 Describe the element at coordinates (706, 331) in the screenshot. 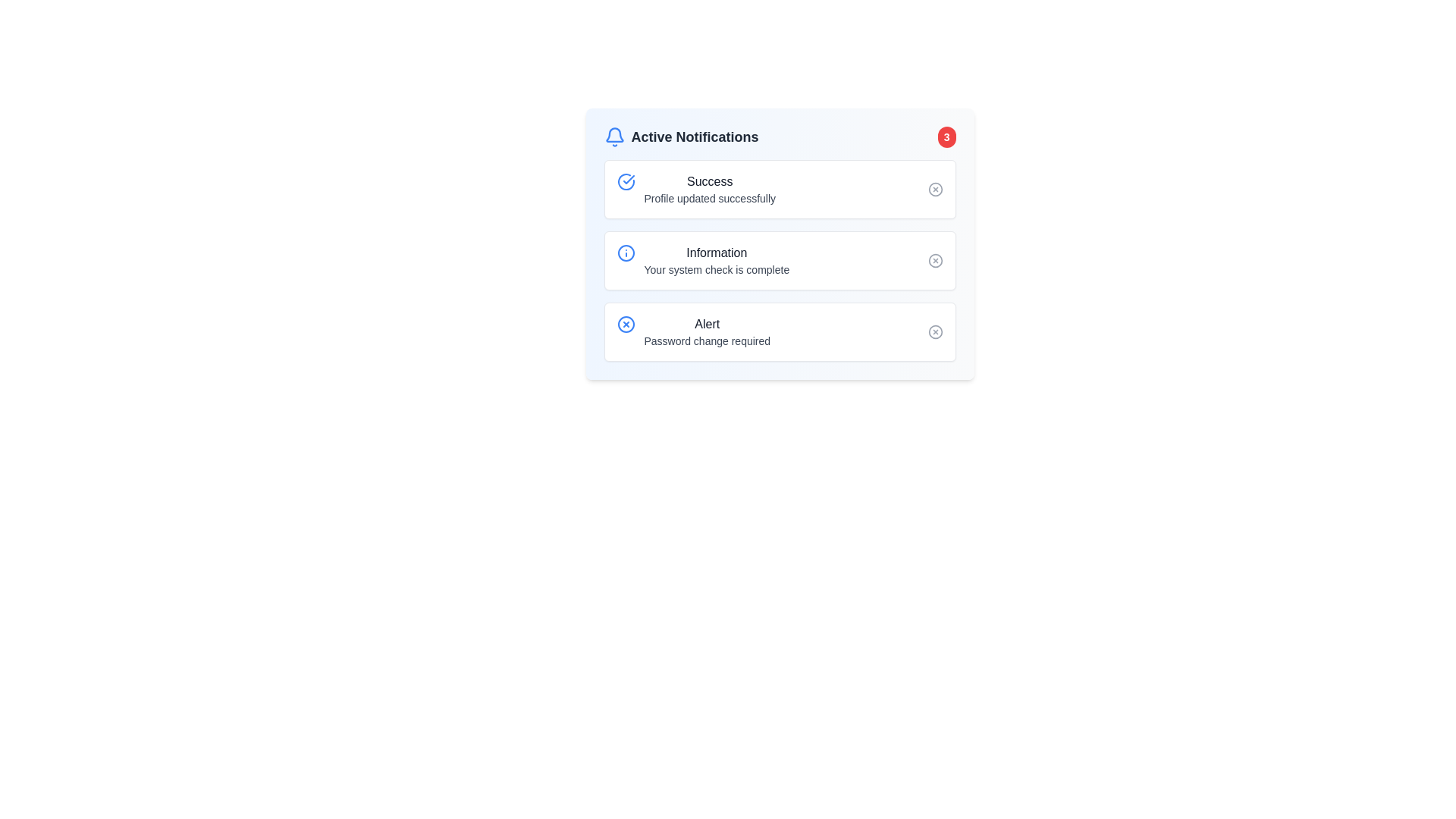

I see `the notification message alerting about a required password change, located in the third position of a vertically arranged list, between a blue circular icon with an 'X' and an interactive 'close' button` at that location.